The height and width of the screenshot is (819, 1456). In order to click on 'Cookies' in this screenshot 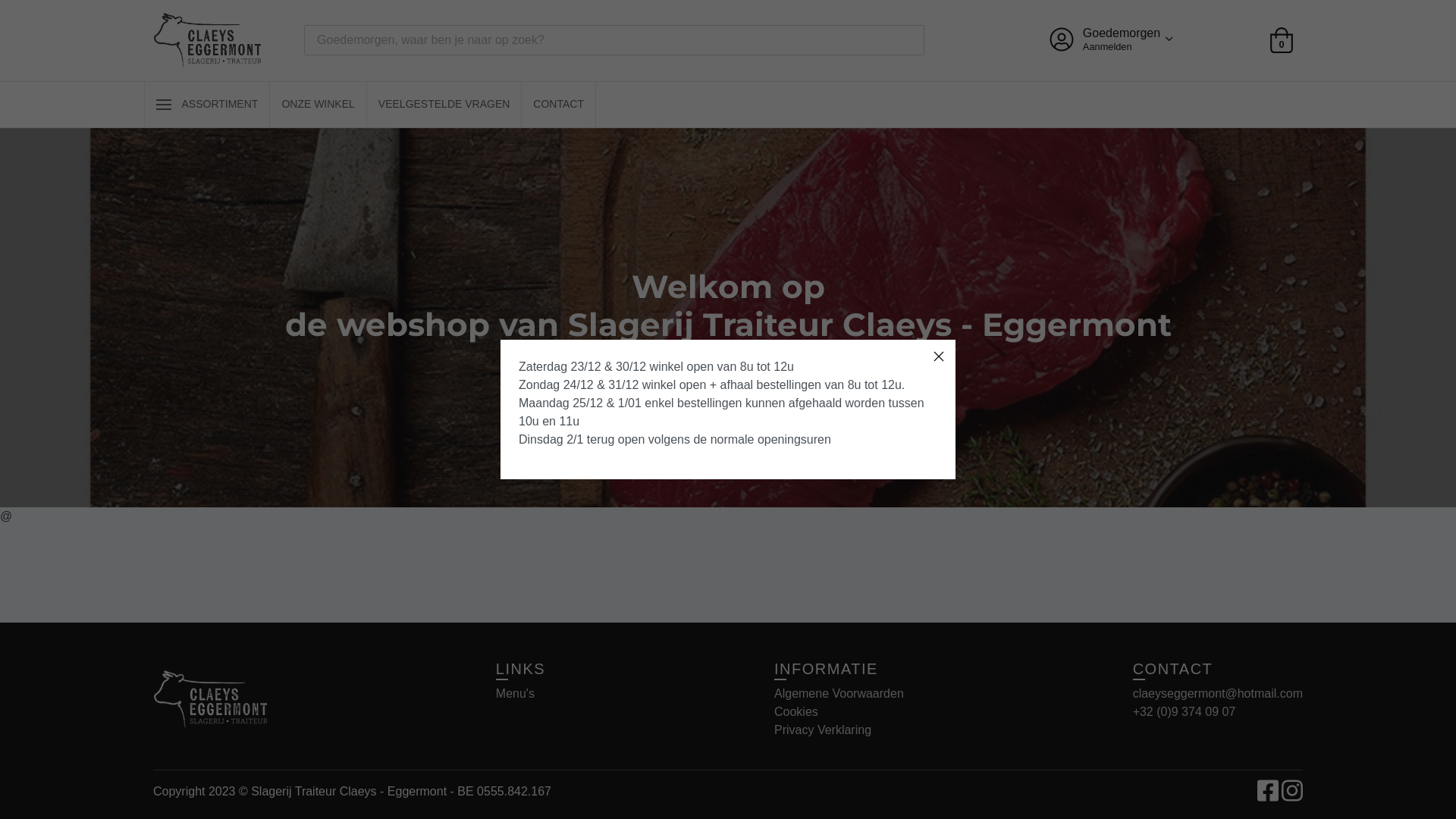, I will do `click(795, 711)`.